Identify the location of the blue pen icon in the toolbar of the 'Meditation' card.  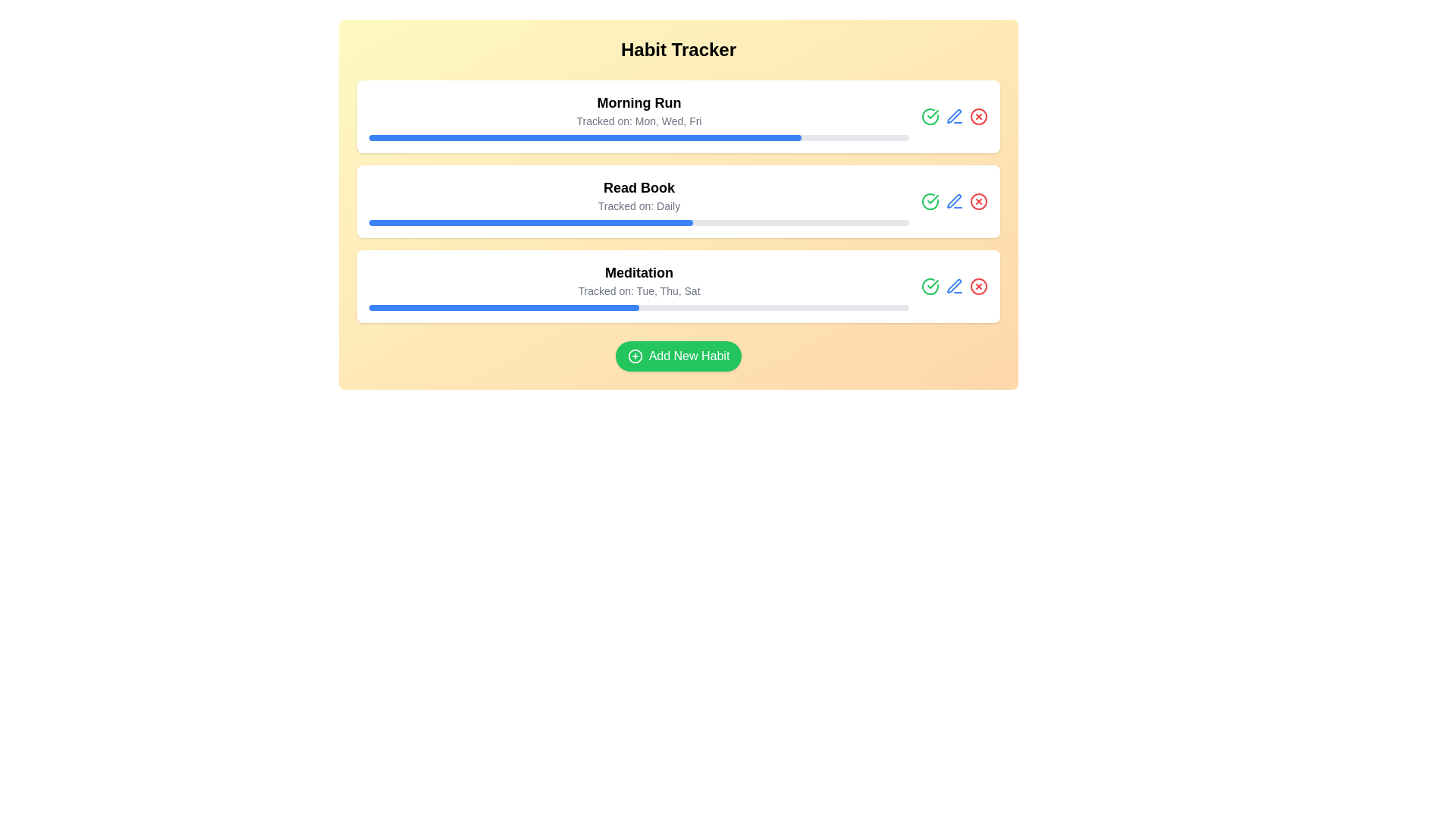
(953, 287).